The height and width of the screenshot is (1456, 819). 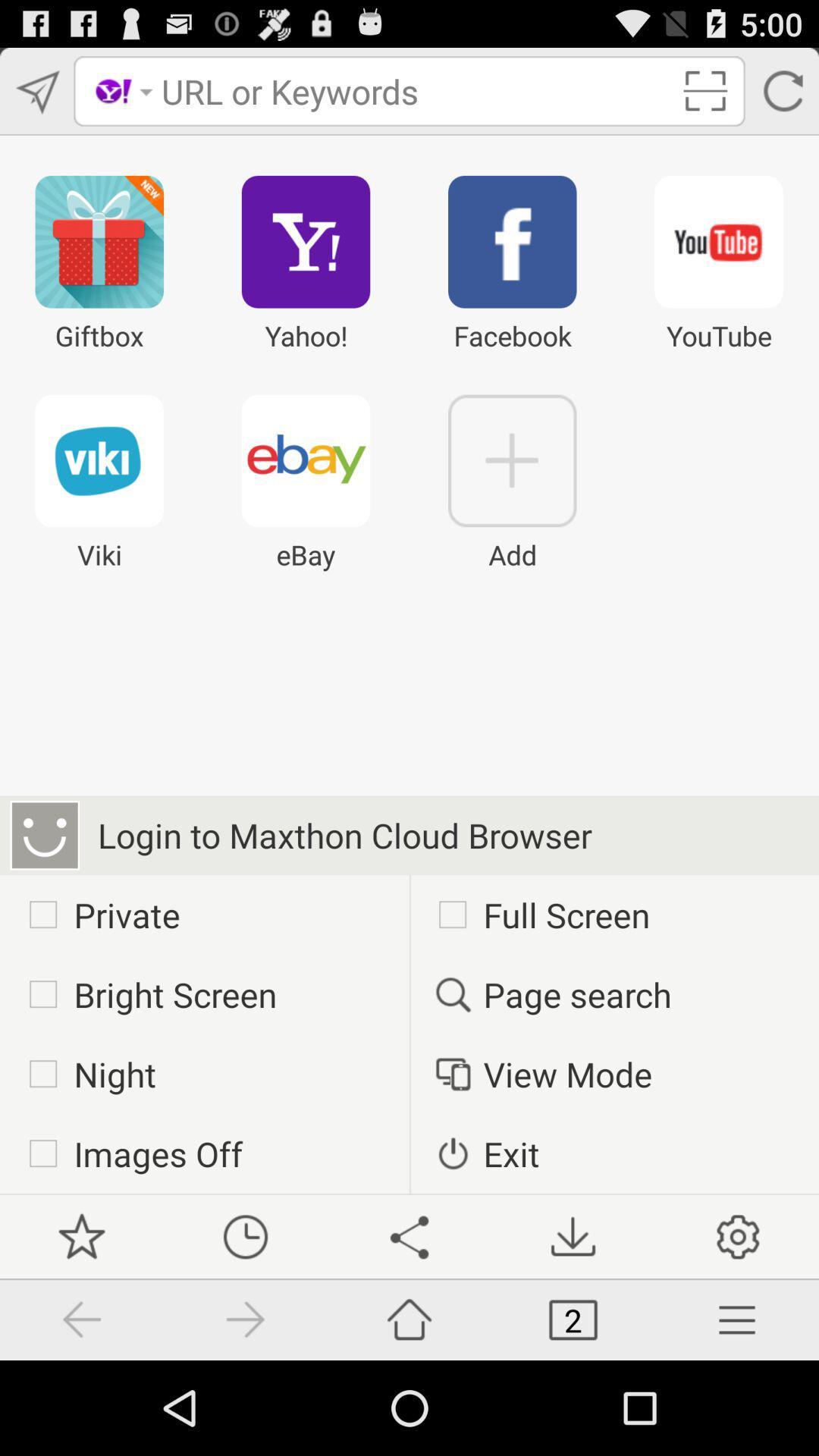 I want to click on the refresh icon, so click(x=782, y=97).